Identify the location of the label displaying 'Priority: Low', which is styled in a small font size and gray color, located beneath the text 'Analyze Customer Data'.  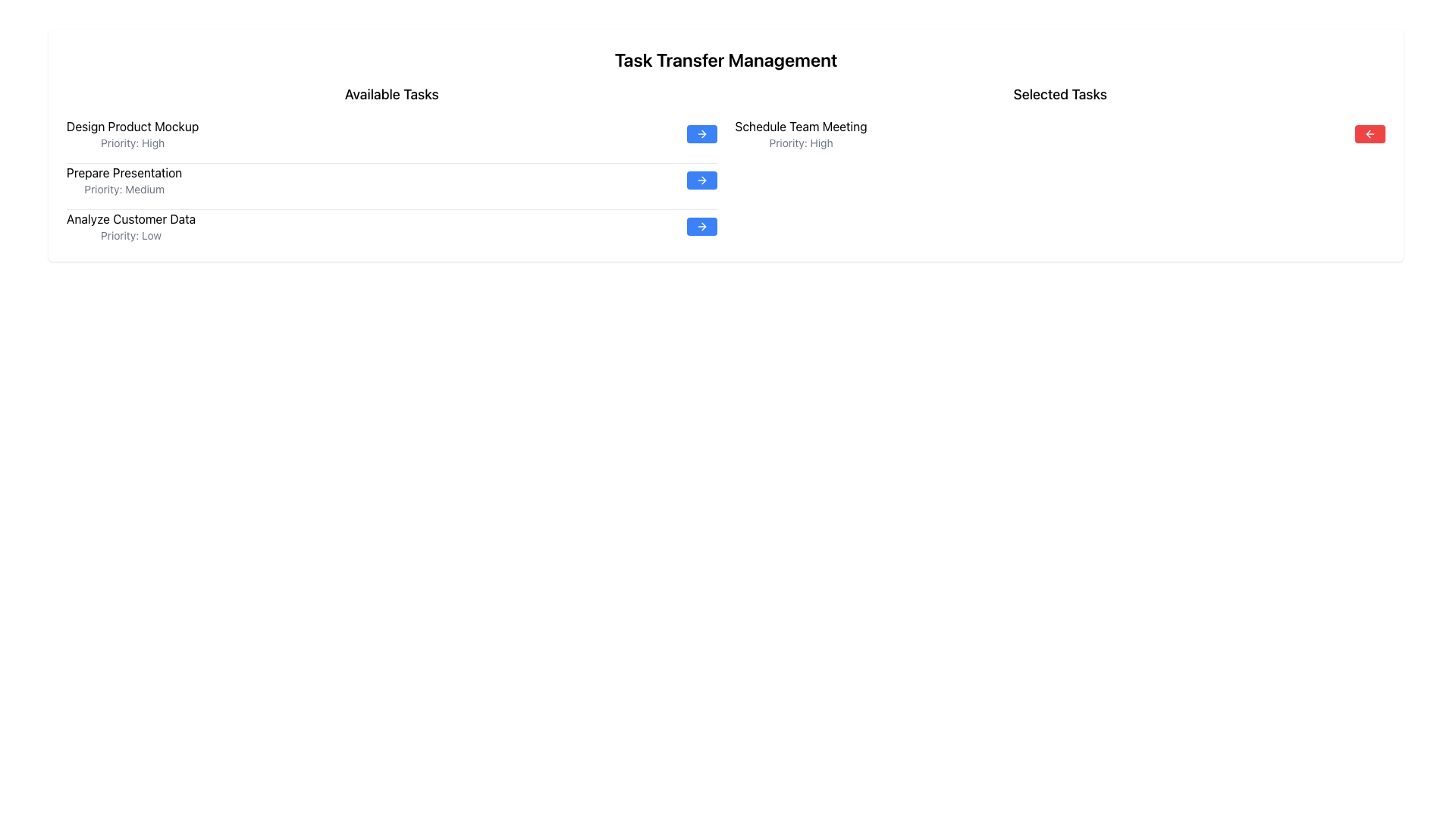
(130, 236).